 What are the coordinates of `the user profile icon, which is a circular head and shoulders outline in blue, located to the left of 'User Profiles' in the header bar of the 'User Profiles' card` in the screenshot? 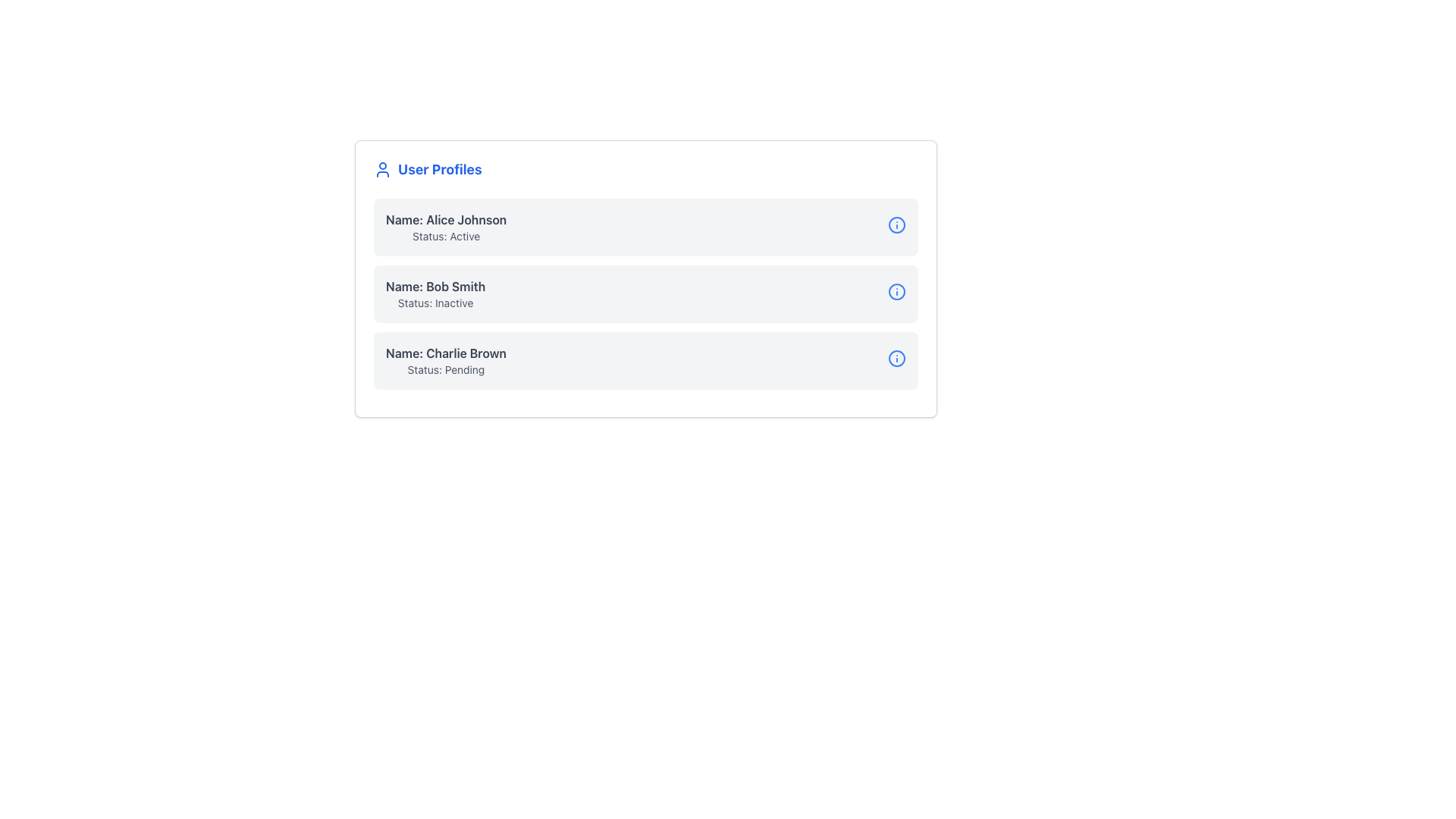 It's located at (382, 169).